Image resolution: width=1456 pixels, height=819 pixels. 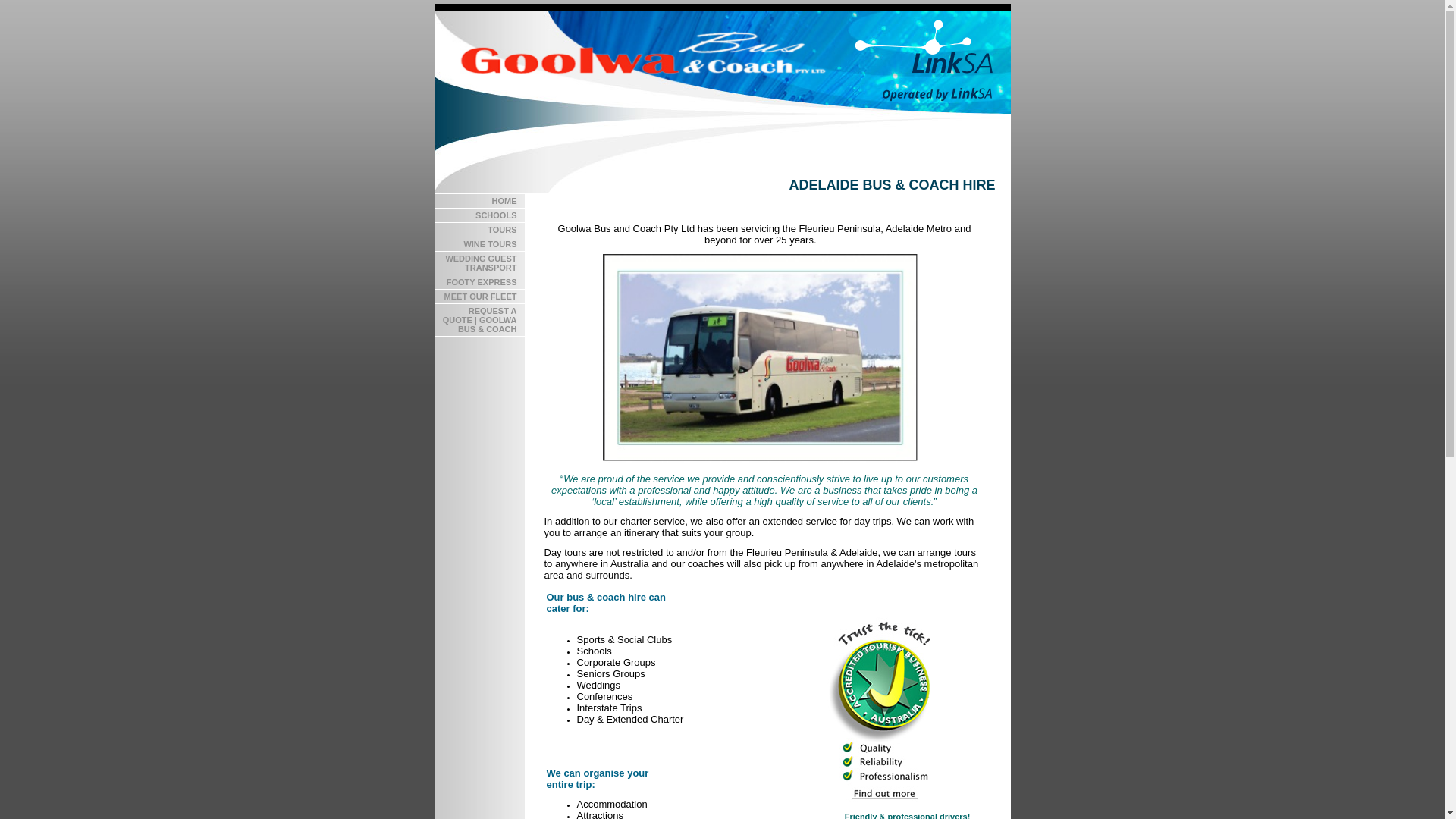 What do you see at coordinates (478, 262) in the screenshot?
I see `'WEDDING GUEST TRANSPORT'` at bounding box center [478, 262].